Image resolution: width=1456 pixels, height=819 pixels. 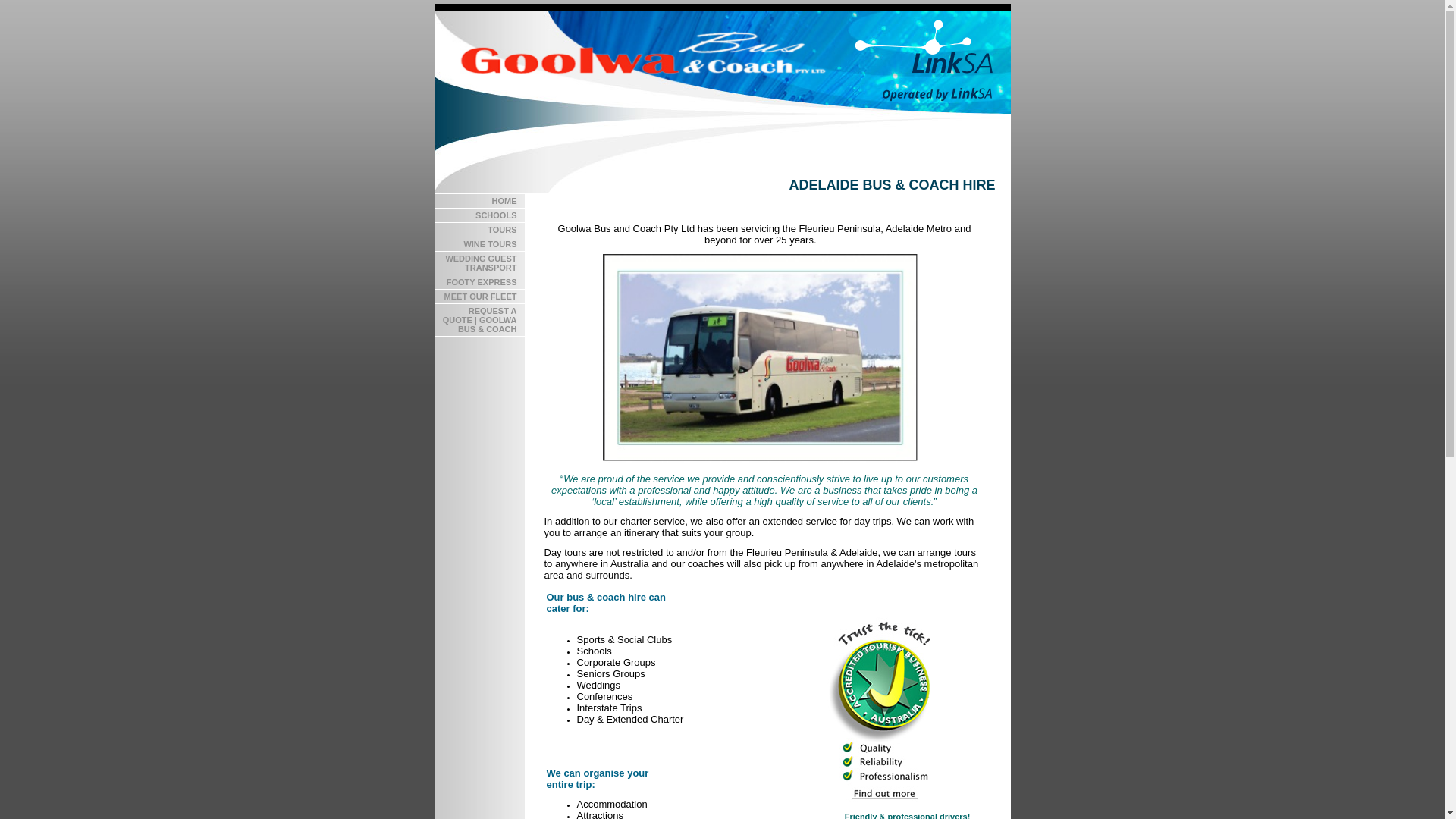 What do you see at coordinates (478, 262) in the screenshot?
I see `'WEDDING GUEST TRANSPORT'` at bounding box center [478, 262].